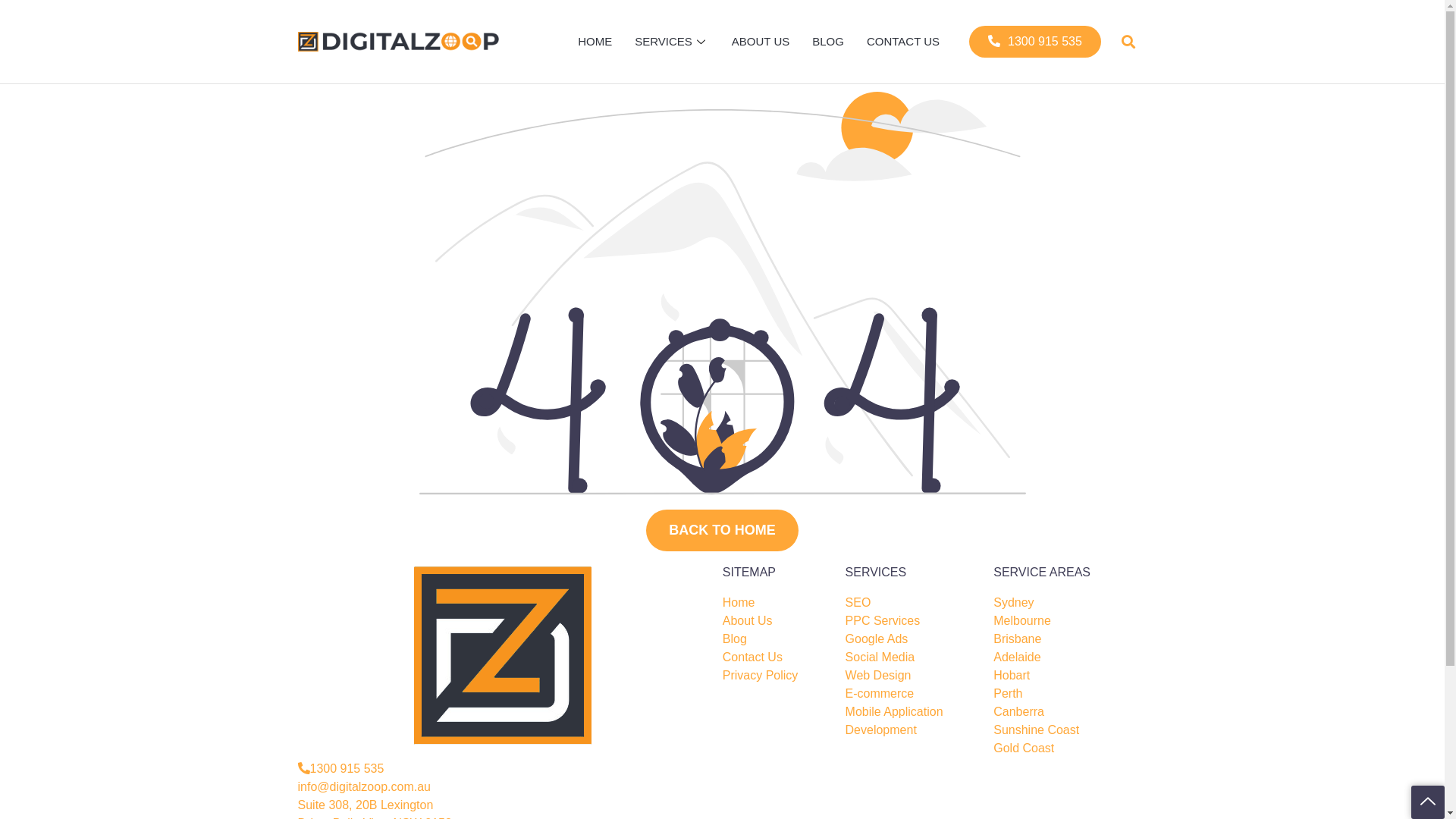 The height and width of the screenshot is (819, 1456). Describe the element at coordinates (1017, 639) in the screenshot. I see `'Brisbane'` at that location.